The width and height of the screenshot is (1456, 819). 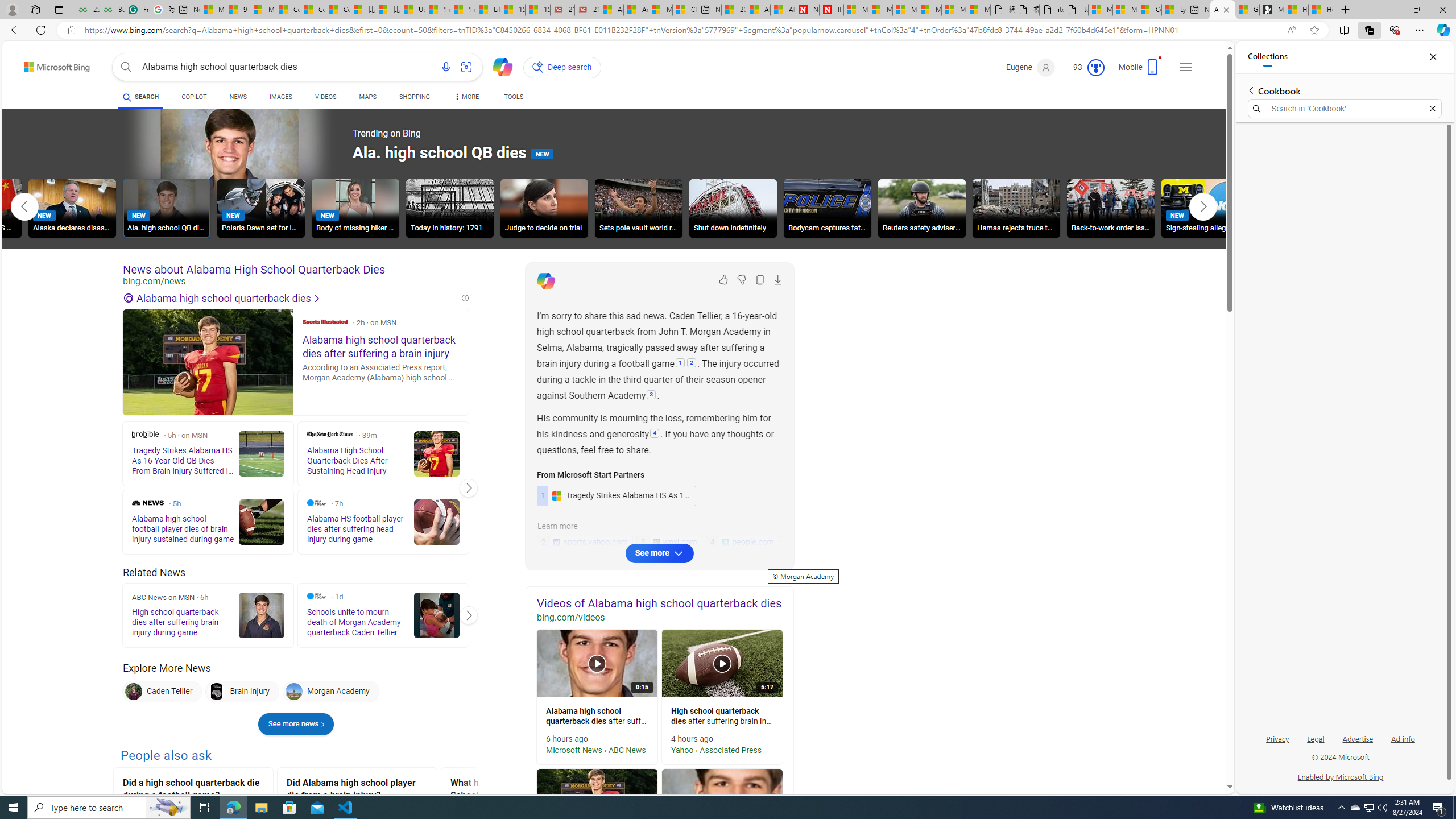 What do you see at coordinates (241, 691) in the screenshot?
I see `'Brain Injury Brain Injury'` at bounding box center [241, 691].